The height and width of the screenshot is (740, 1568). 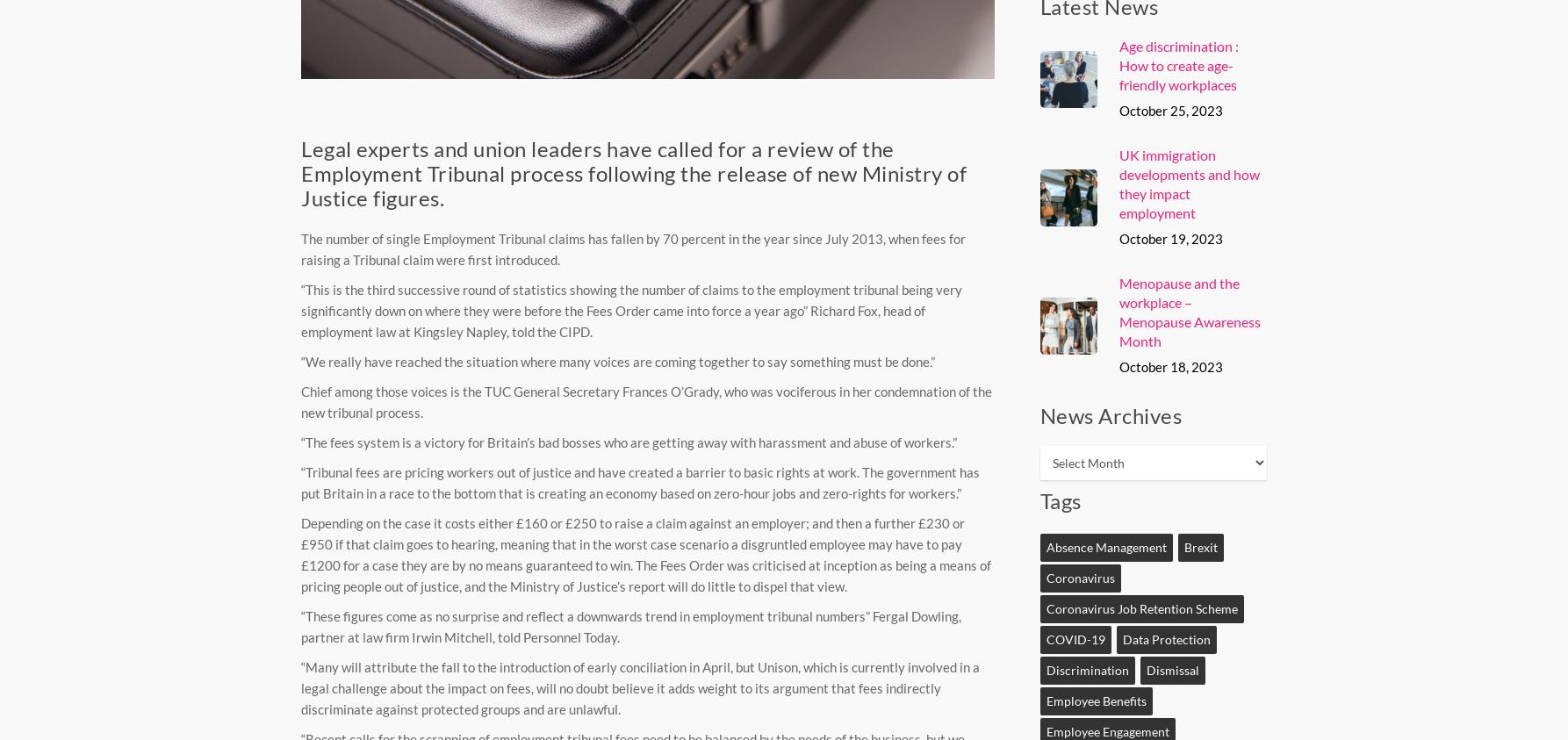 I want to click on '“Tribunal fees are pricing workers out of justice and have created a barrier to basic rights at work. The government has put Britain in a race to the bottom that is creating an economy based on zero-hour jobs and zero-rights for workers.”', so click(x=640, y=481).